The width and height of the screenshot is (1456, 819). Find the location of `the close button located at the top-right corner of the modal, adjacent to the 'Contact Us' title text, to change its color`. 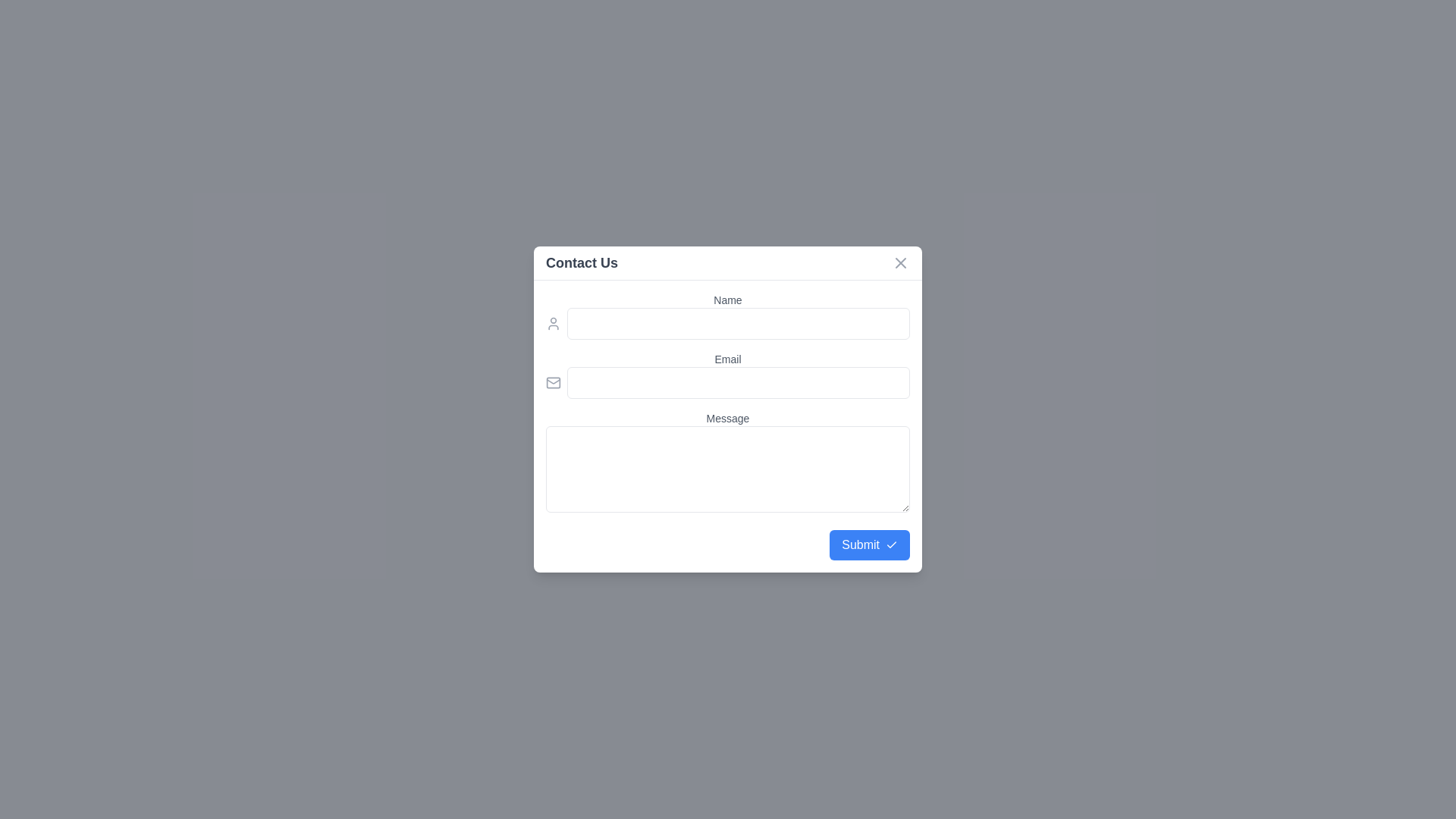

the close button located at the top-right corner of the modal, adjacent to the 'Contact Us' title text, to change its color is located at coordinates (901, 262).